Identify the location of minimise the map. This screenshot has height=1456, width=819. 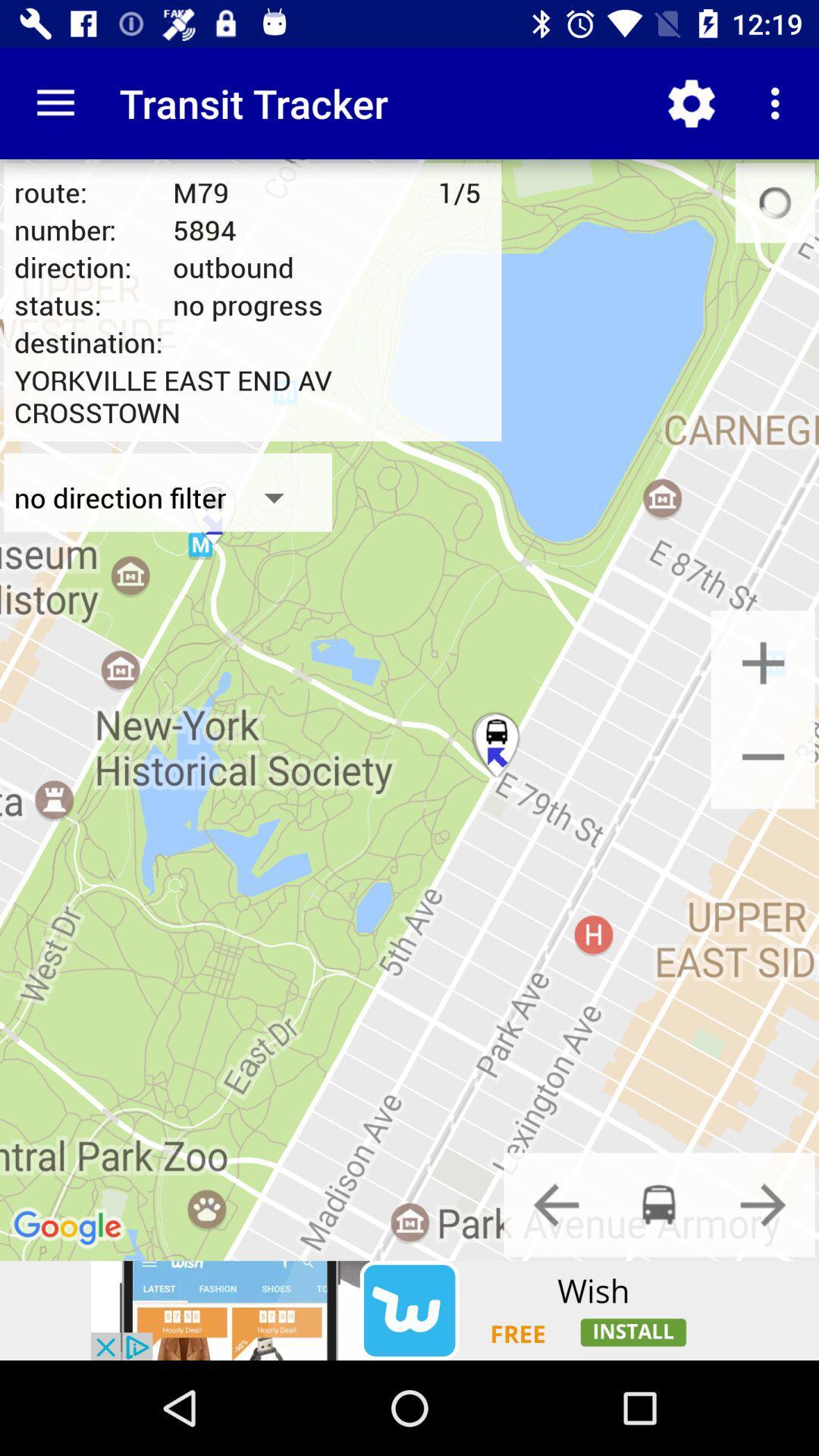
(763, 756).